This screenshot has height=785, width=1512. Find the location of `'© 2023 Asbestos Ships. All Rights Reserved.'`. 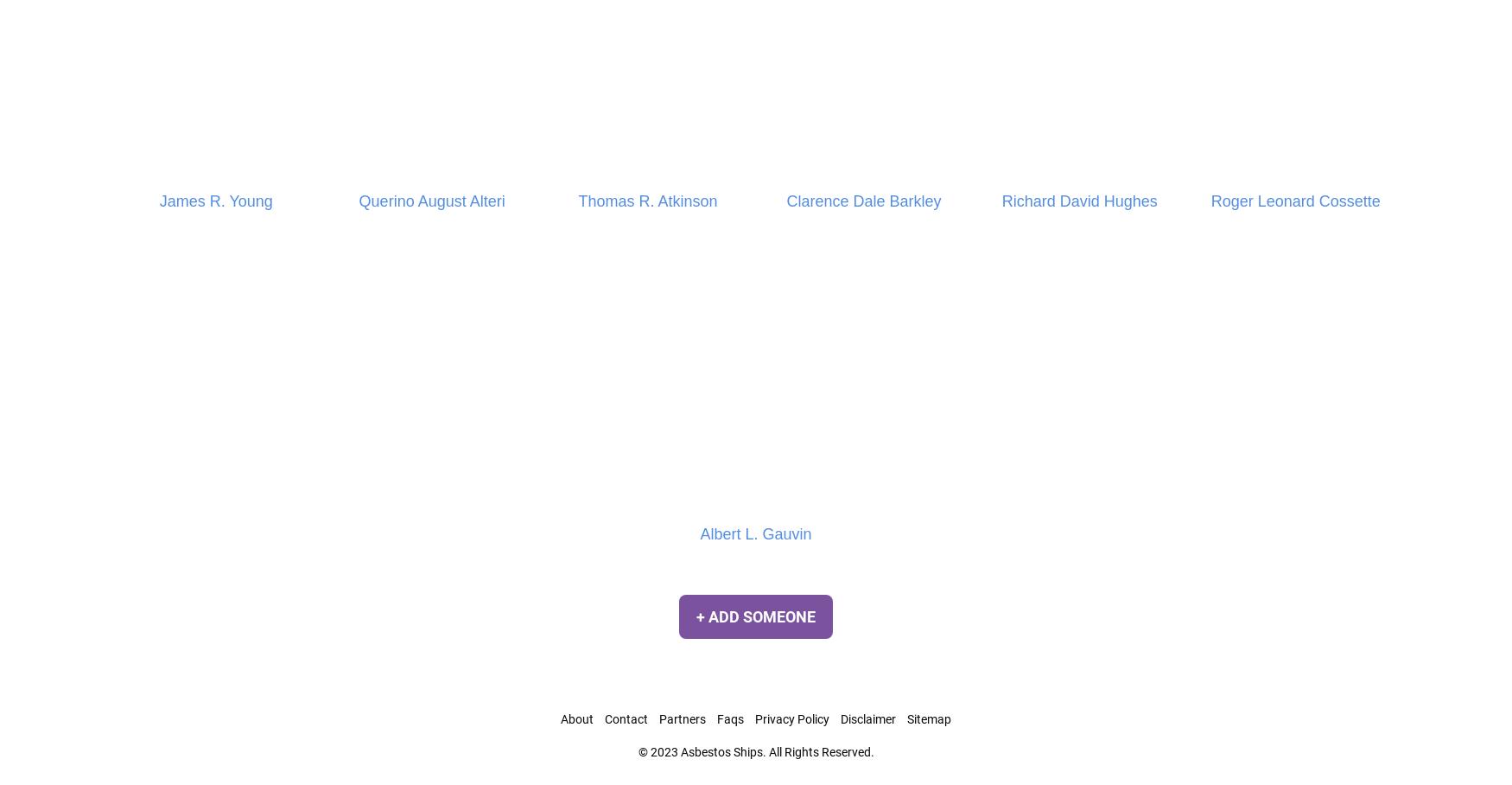

'© 2023 Asbestos Ships. All Rights Reserved.' is located at coordinates (755, 750).